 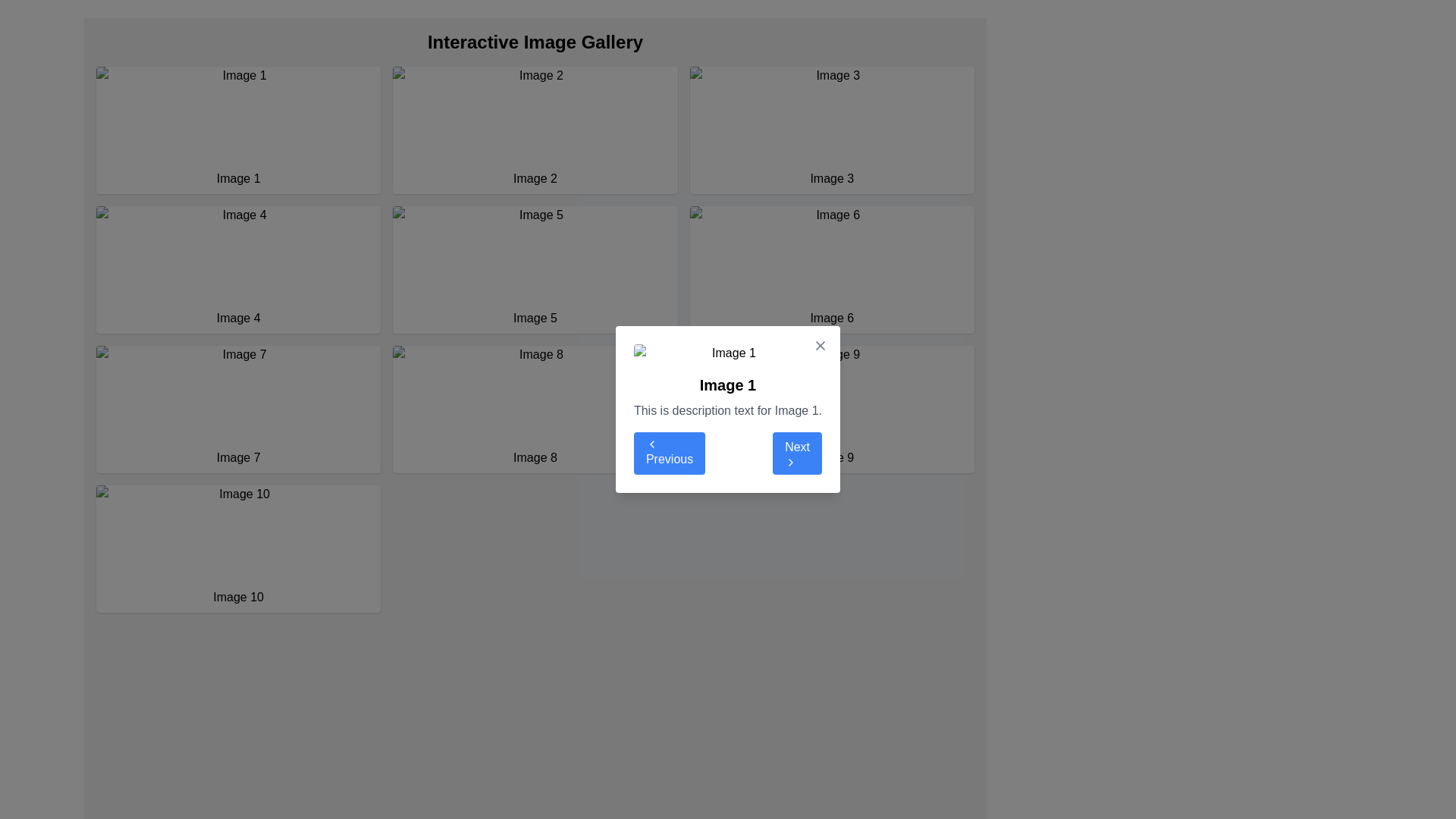 What do you see at coordinates (535, 409) in the screenshot?
I see `the eighth card in the grid layout that displays an image with the caption 'Image 8' for accessibility` at bounding box center [535, 409].